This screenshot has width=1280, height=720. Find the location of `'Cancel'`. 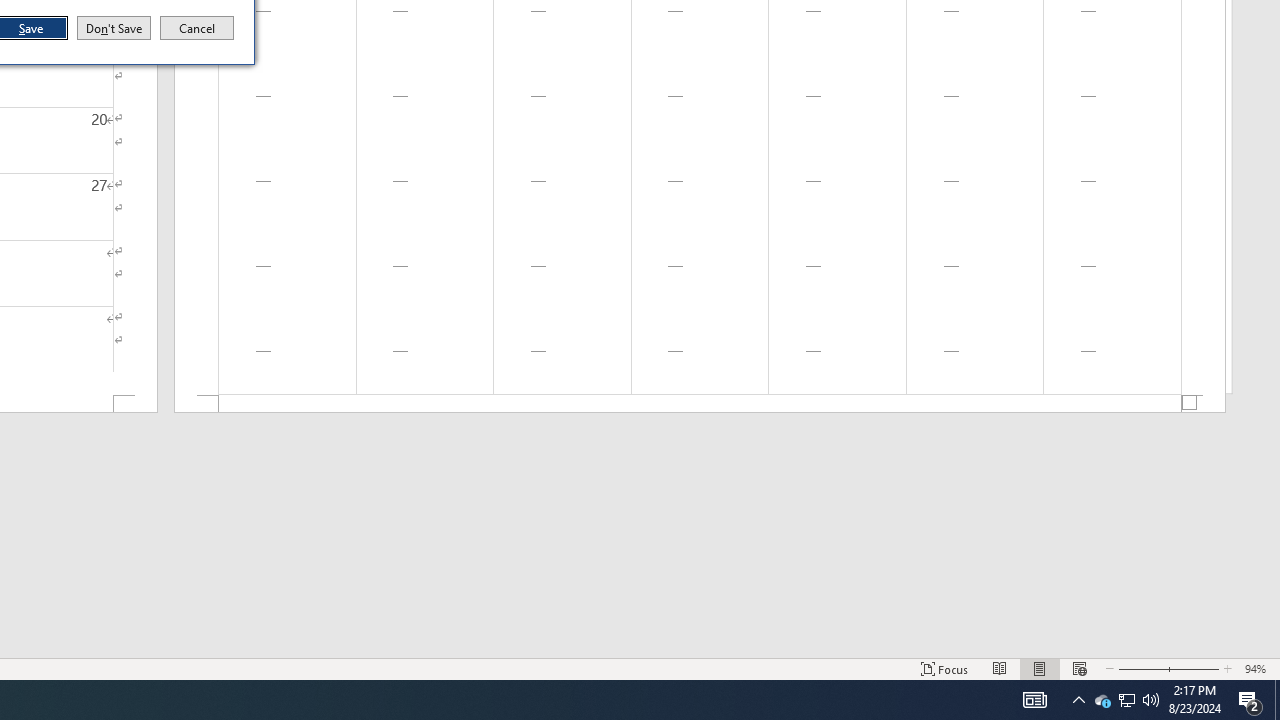

'Cancel' is located at coordinates (197, 28).